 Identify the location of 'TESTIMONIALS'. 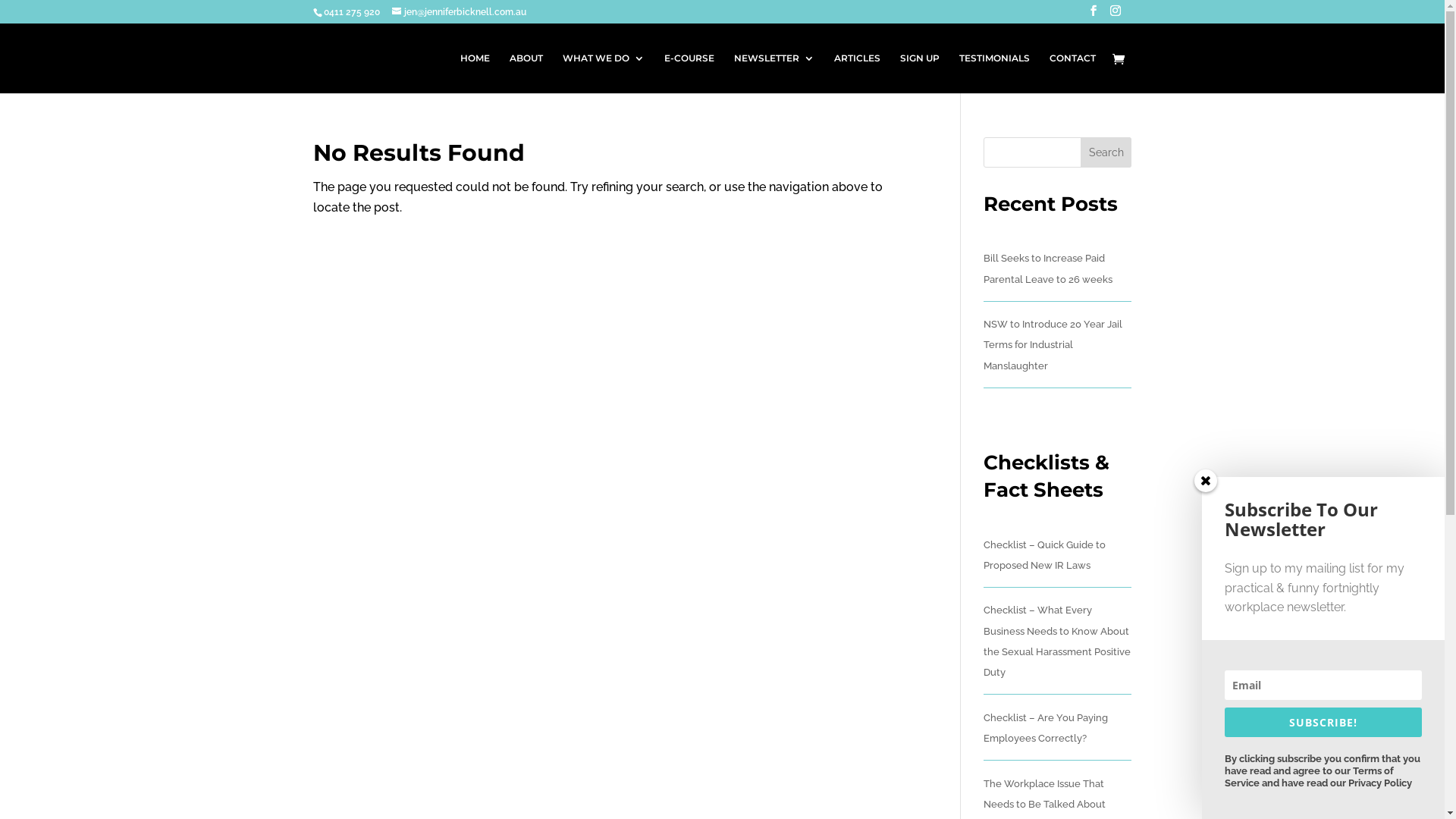
(993, 73).